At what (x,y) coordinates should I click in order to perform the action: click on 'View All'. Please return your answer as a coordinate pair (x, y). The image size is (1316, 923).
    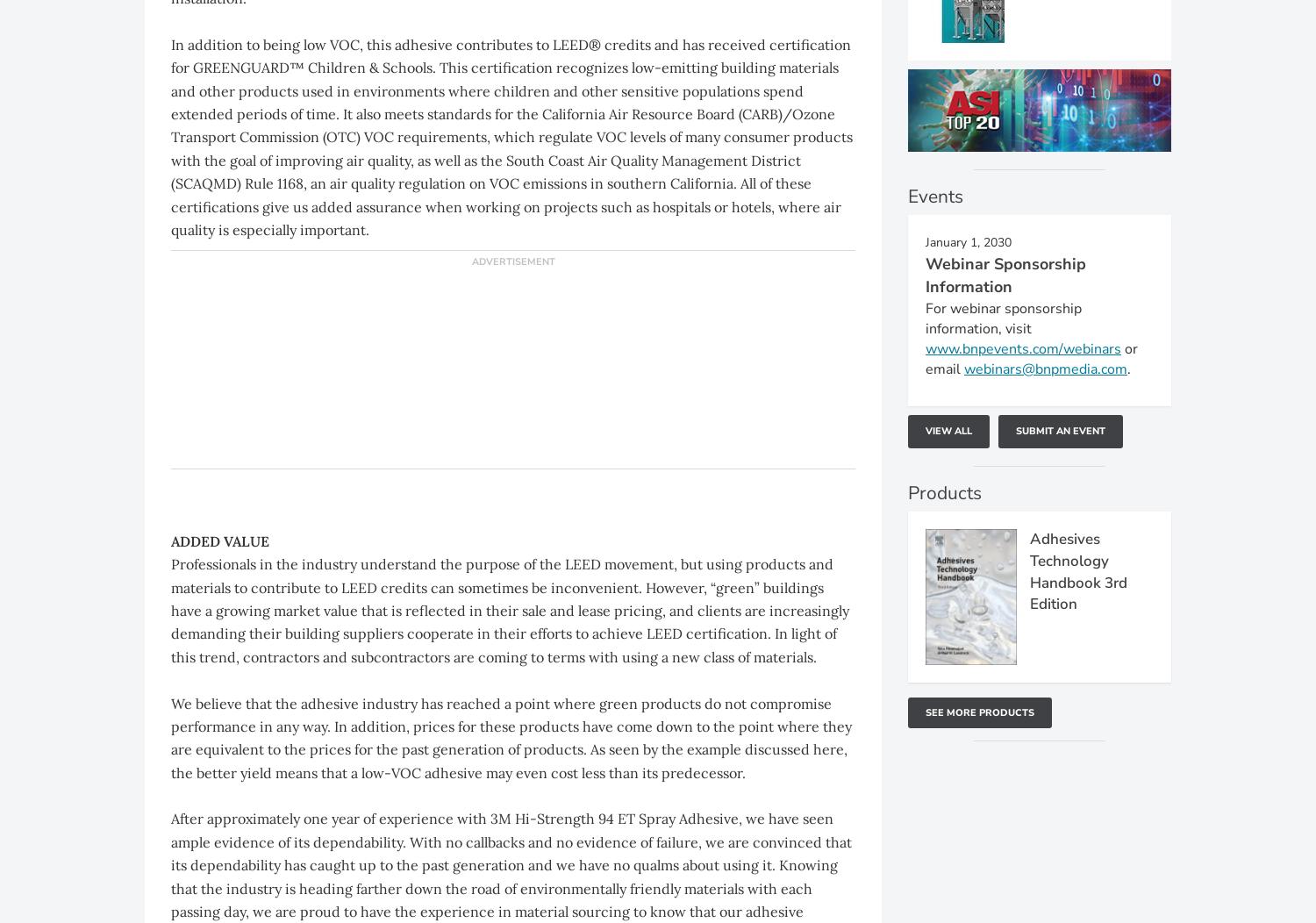
    Looking at the image, I should click on (948, 430).